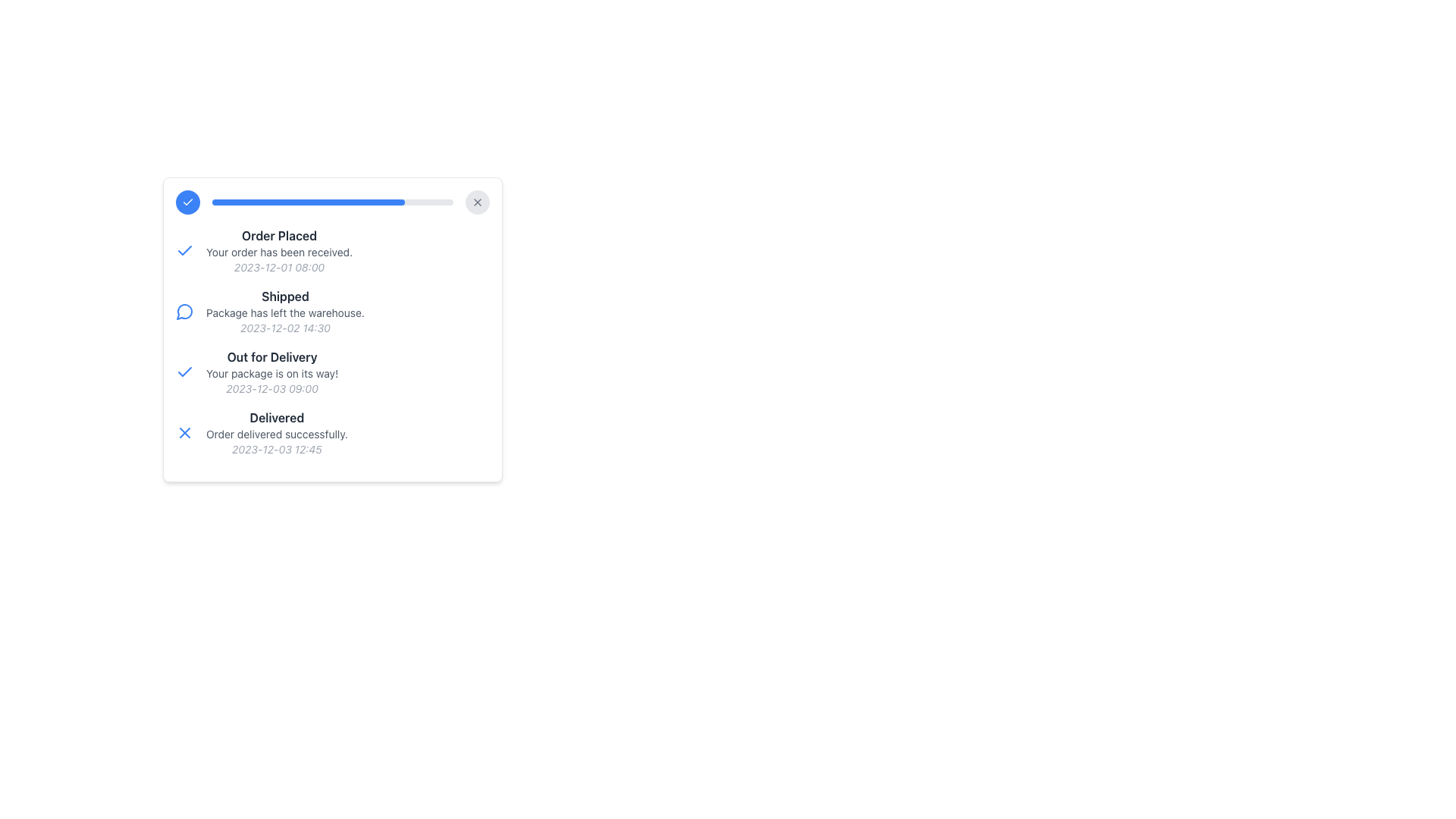 This screenshot has width=1456, height=819. I want to click on the 'Delivered' milestone text display component located at the bottom of the delivery status timeline, so click(277, 432).